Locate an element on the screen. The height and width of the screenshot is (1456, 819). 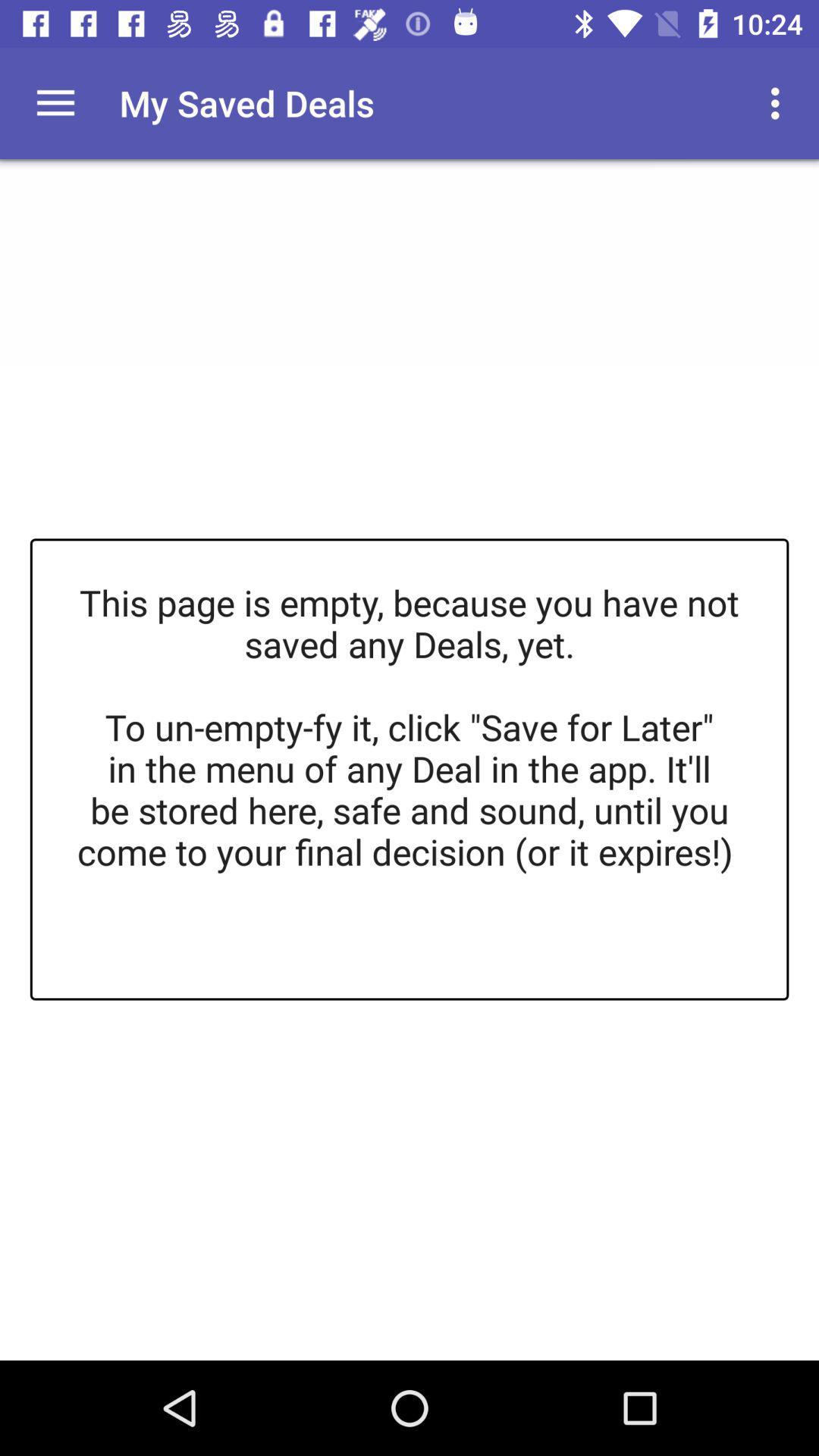
hide or display hamburger menu is located at coordinates (55, 102).